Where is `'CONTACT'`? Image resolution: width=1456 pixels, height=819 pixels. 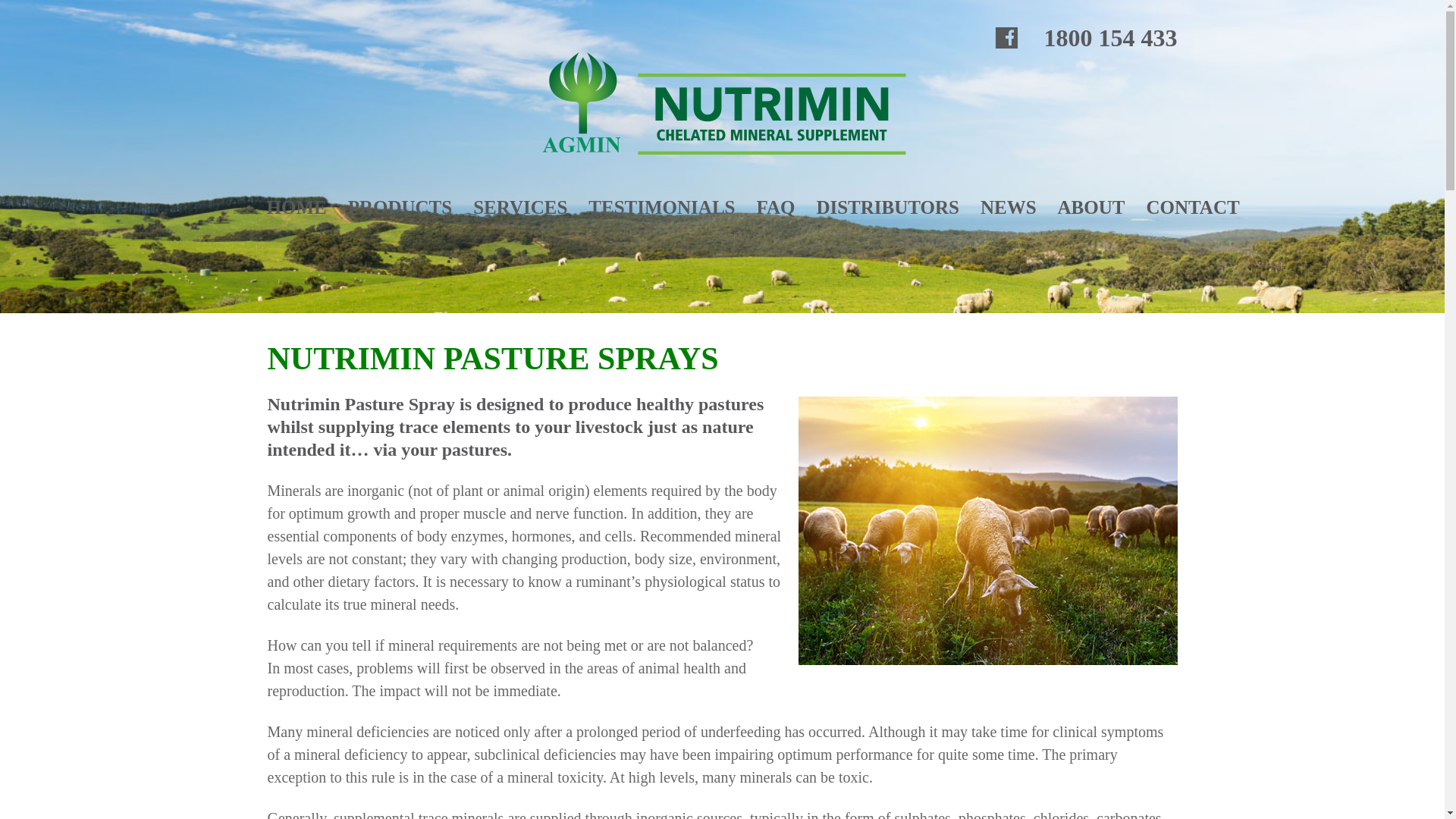 'CONTACT' is located at coordinates (1146, 207).